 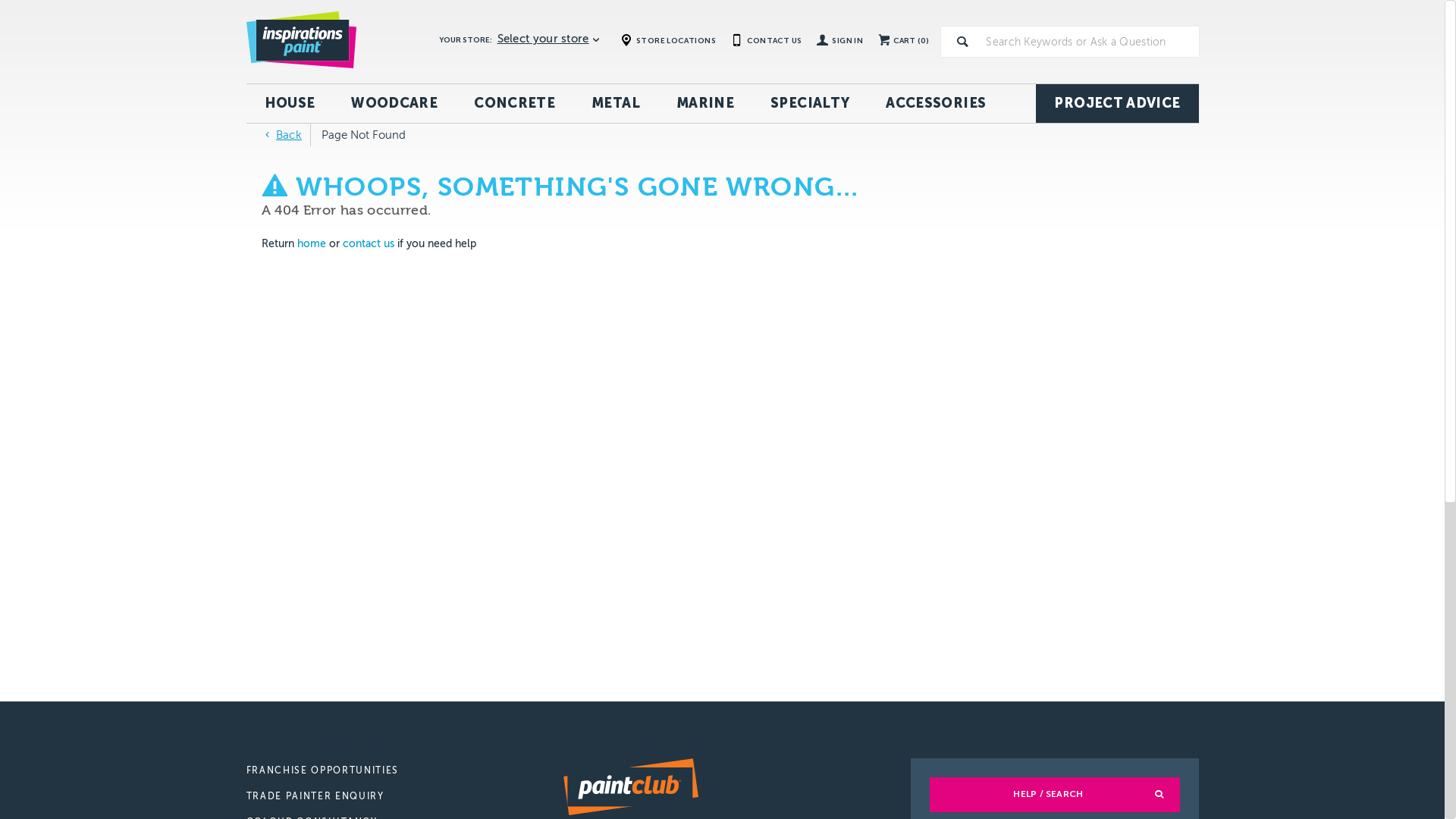 What do you see at coordinates (311, 243) in the screenshot?
I see `'home'` at bounding box center [311, 243].